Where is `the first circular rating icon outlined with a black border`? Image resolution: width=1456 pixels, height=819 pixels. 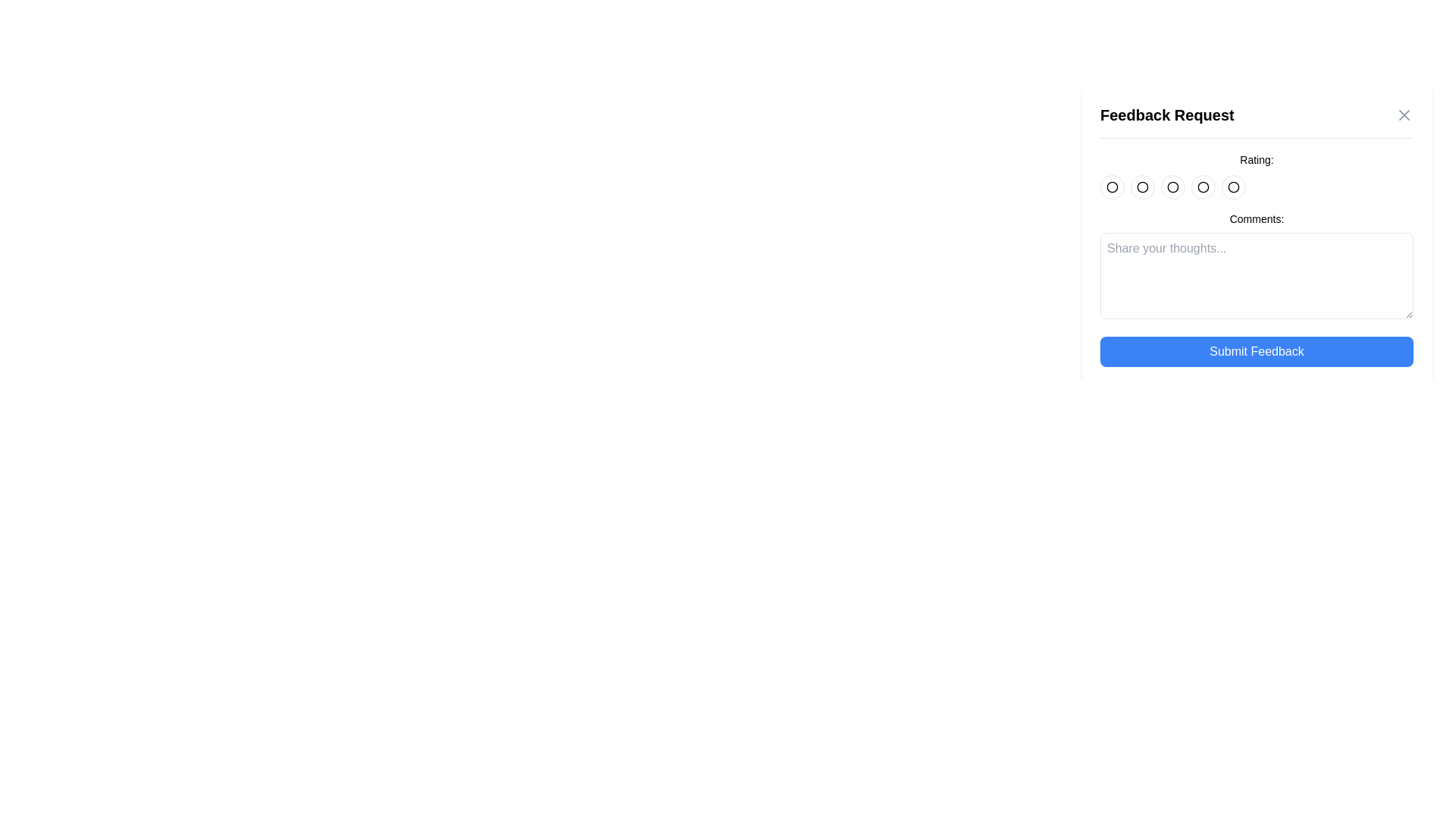 the first circular rating icon outlined with a black border is located at coordinates (1112, 186).